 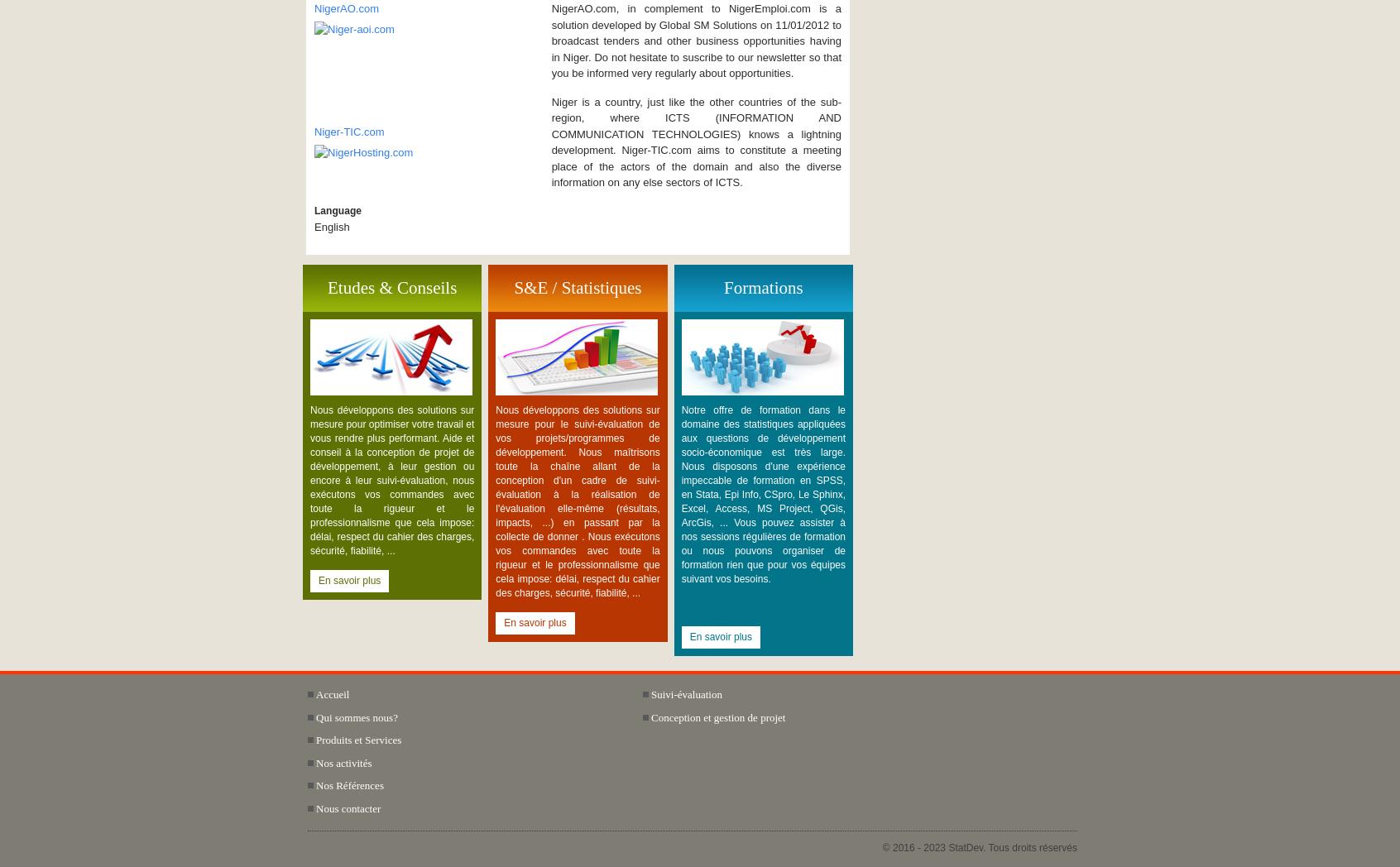 I want to click on 'S&E / Statistiques', so click(x=512, y=286).